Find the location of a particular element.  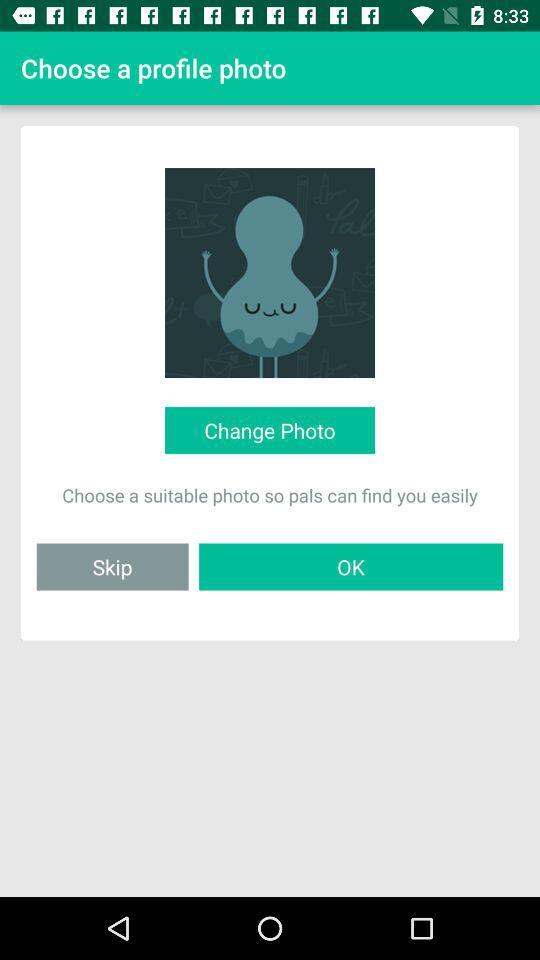

skip is located at coordinates (112, 566).